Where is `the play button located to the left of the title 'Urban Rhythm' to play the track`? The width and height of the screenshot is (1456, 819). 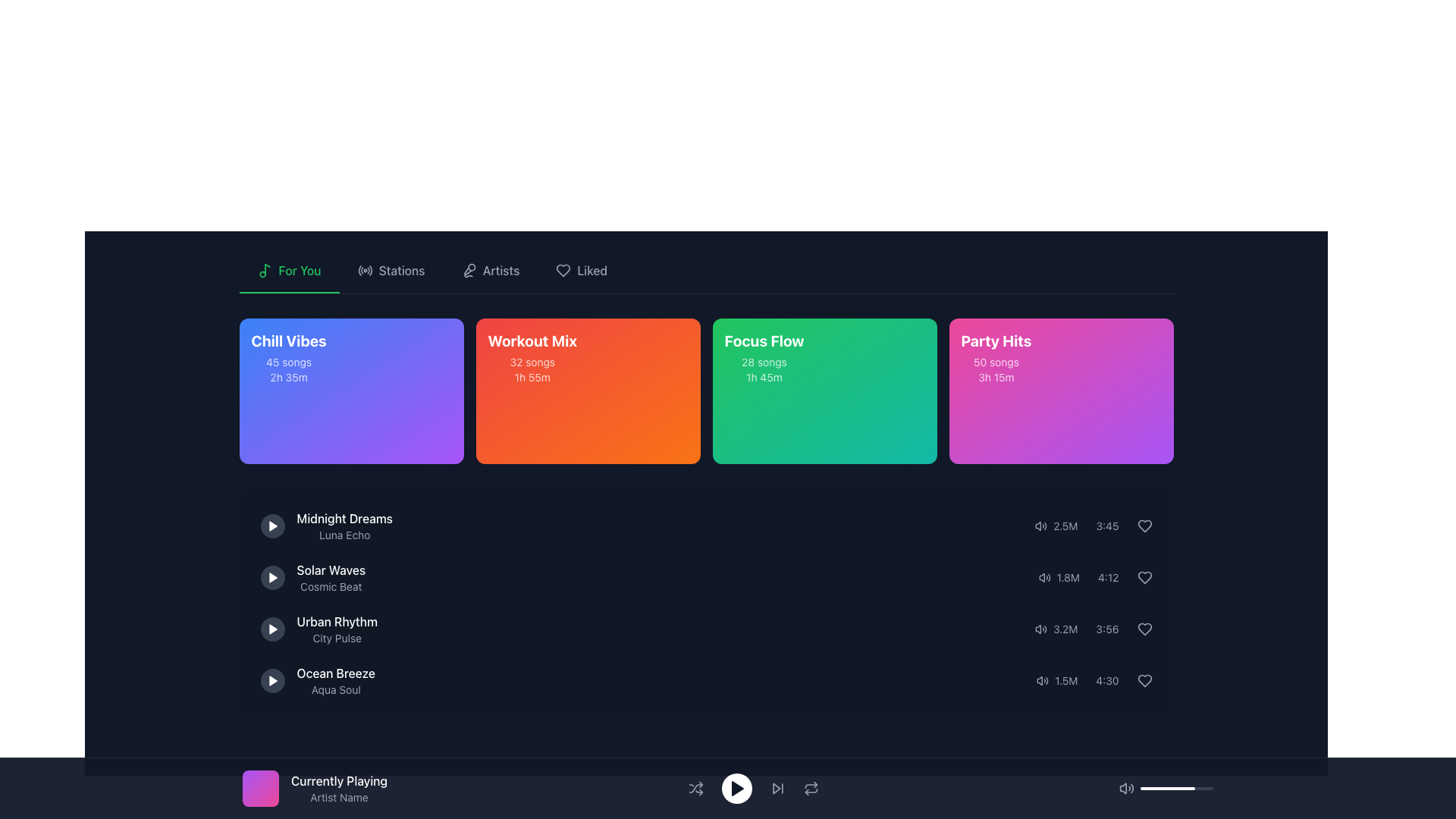
the play button located to the left of the title 'Urban Rhythm' to play the track is located at coordinates (272, 629).